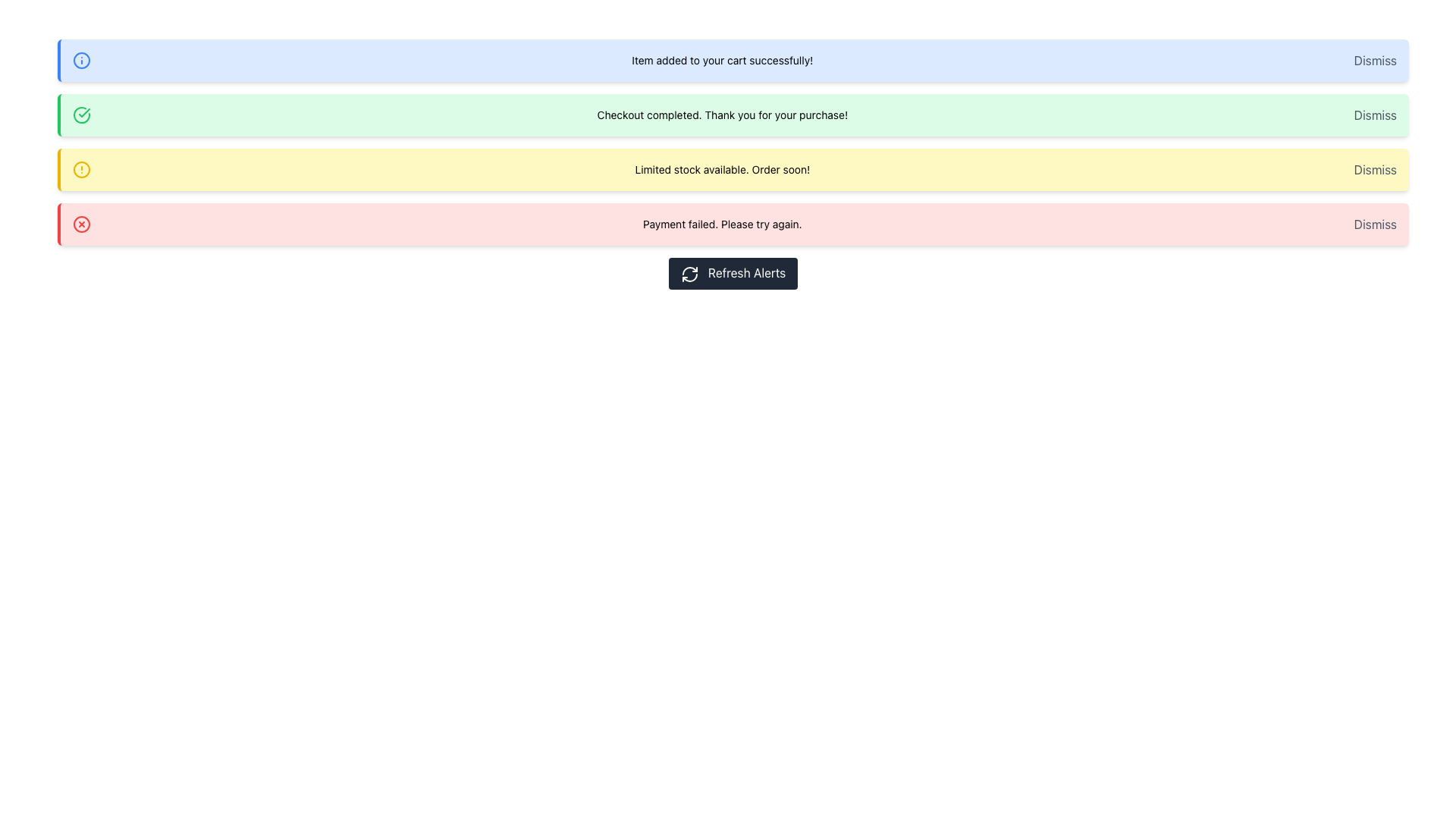 This screenshot has width=1456, height=819. Describe the element at coordinates (81, 60) in the screenshot. I see `the informational icon located at the leftmost end of the blue-colored notification bar, which serves as a visual cue for the notification` at that location.